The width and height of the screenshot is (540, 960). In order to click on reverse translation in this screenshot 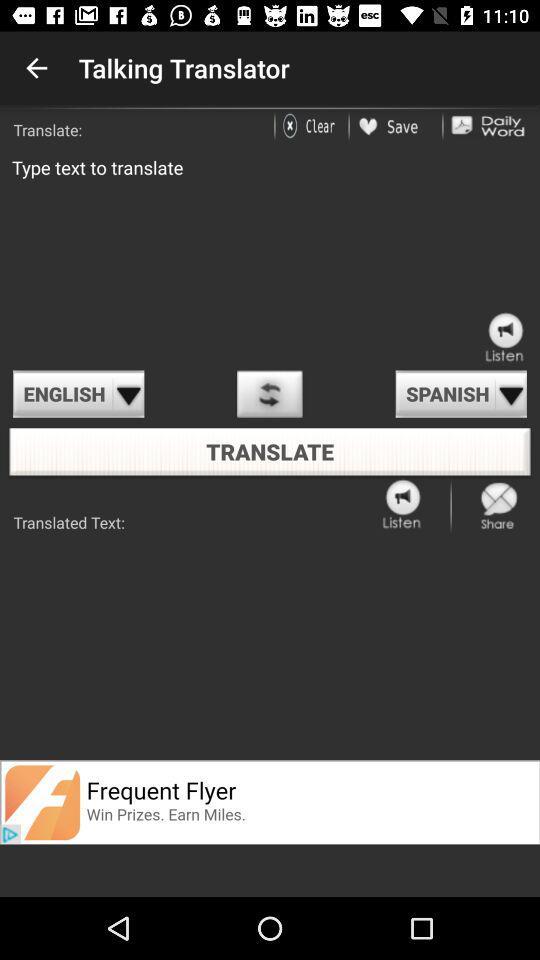, I will do `click(269, 393)`.